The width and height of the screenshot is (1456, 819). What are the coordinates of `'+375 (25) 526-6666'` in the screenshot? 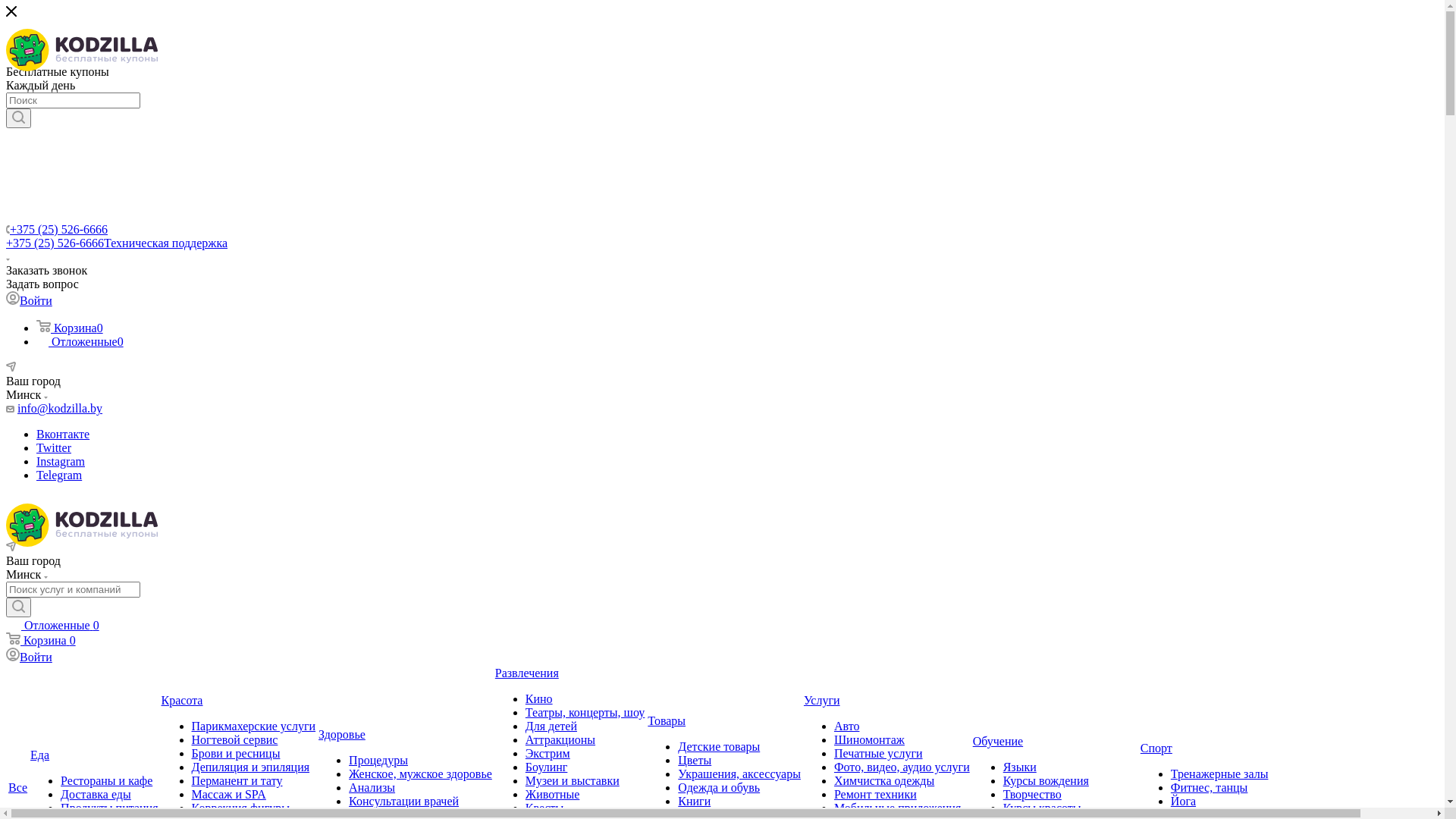 It's located at (58, 229).